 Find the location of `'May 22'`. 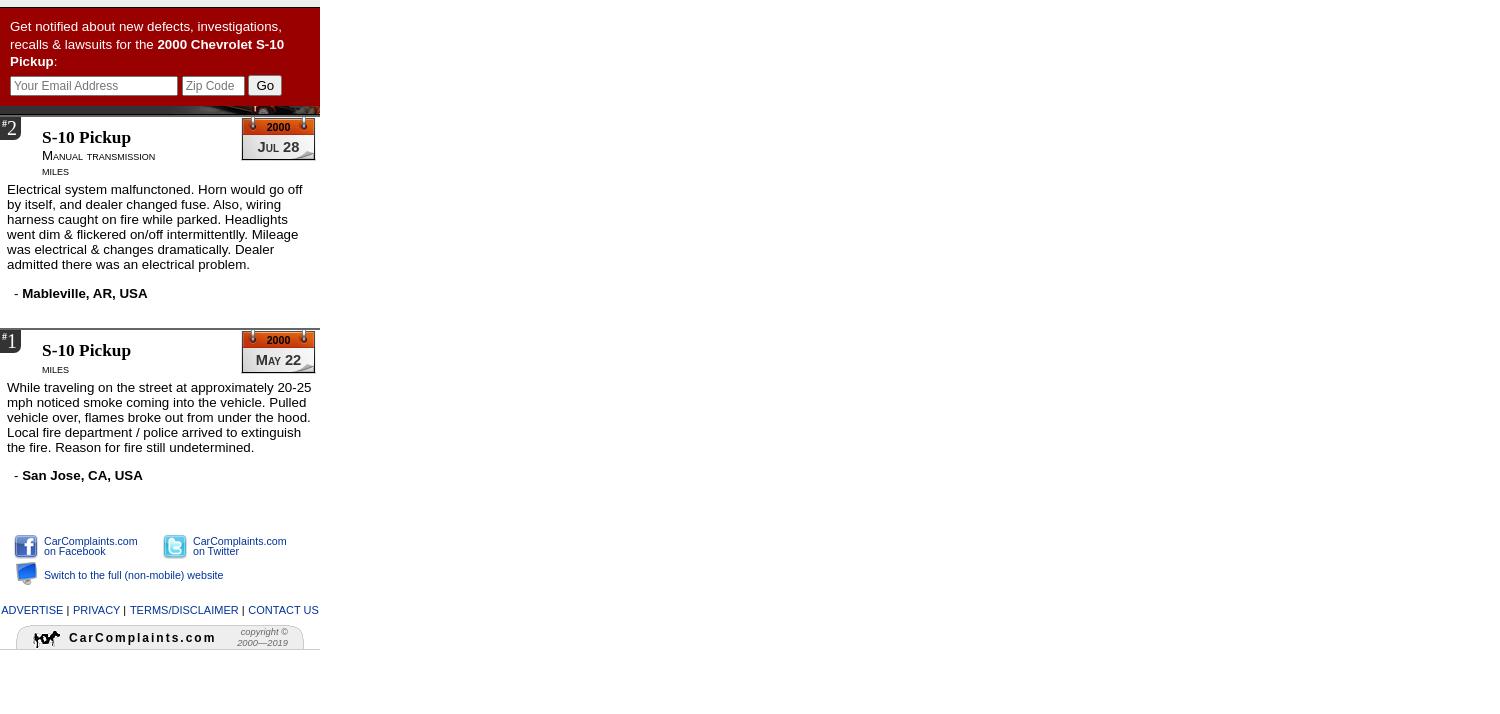

'May 22' is located at coordinates (277, 358).